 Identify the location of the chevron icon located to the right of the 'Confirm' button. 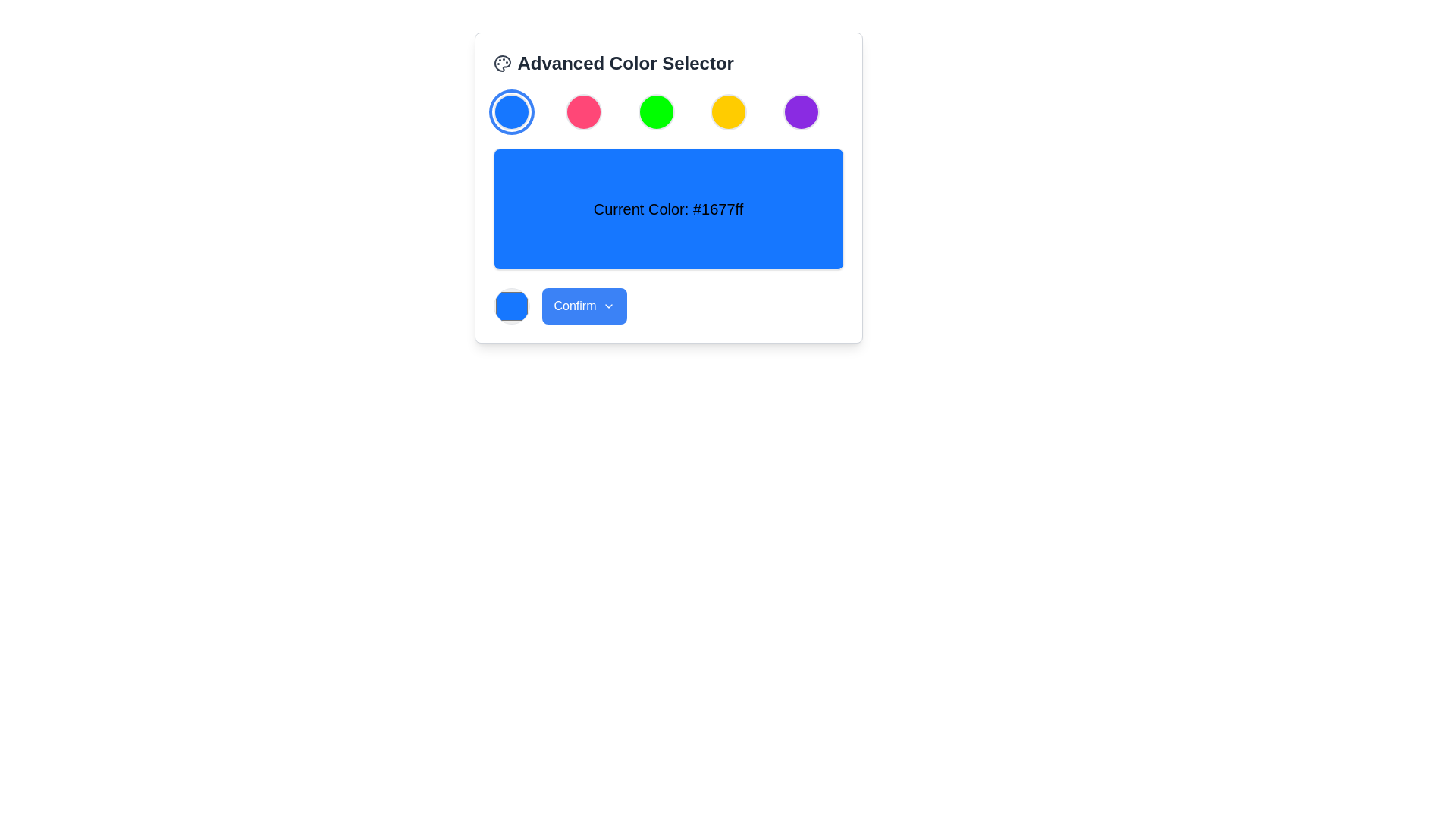
(608, 306).